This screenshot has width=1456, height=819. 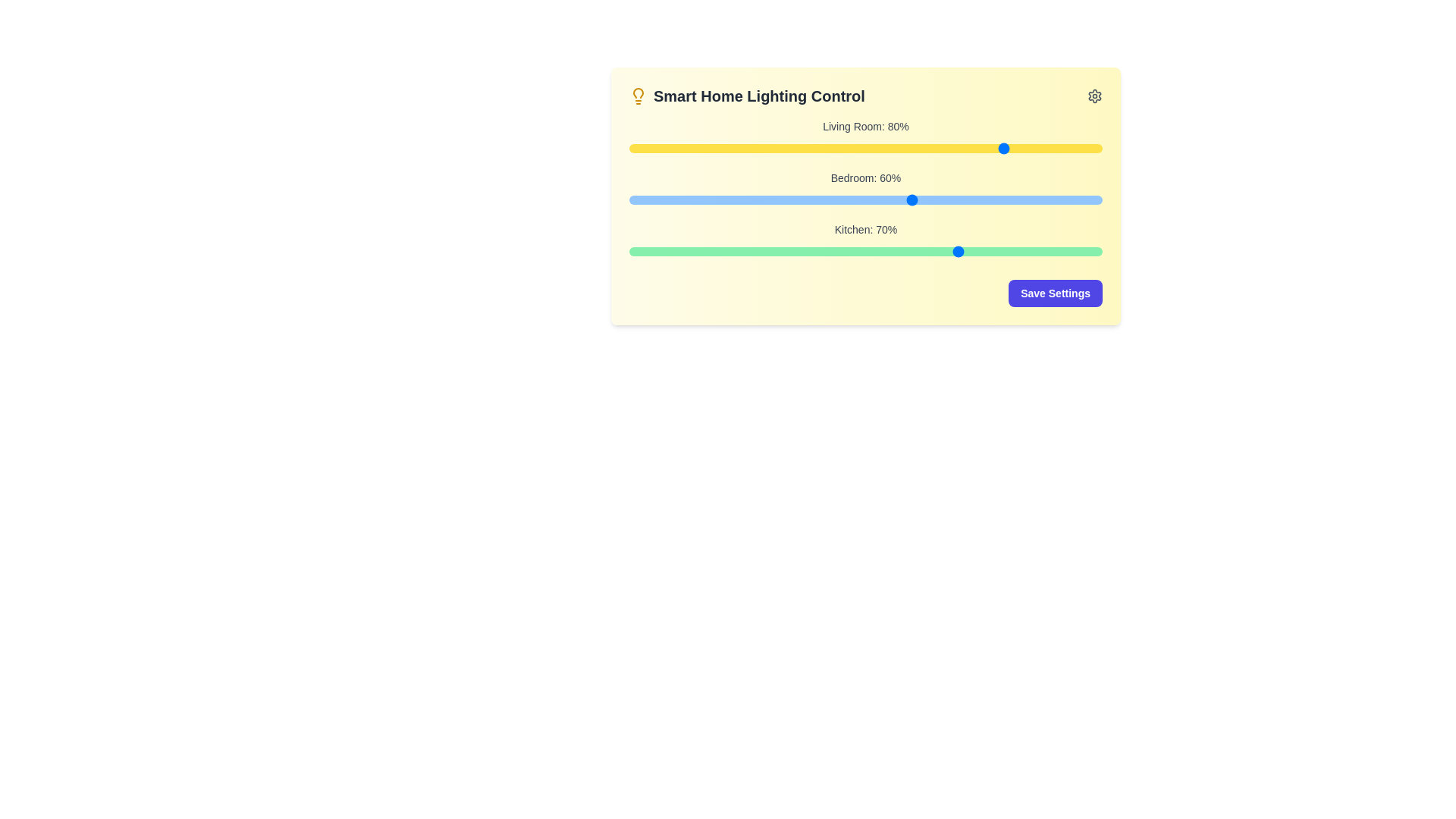 I want to click on the text label displaying 'Living Room: 80%' which is positioned at the top left corner of its section, serving as a description for the associated slider below it, so click(x=866, y=125).